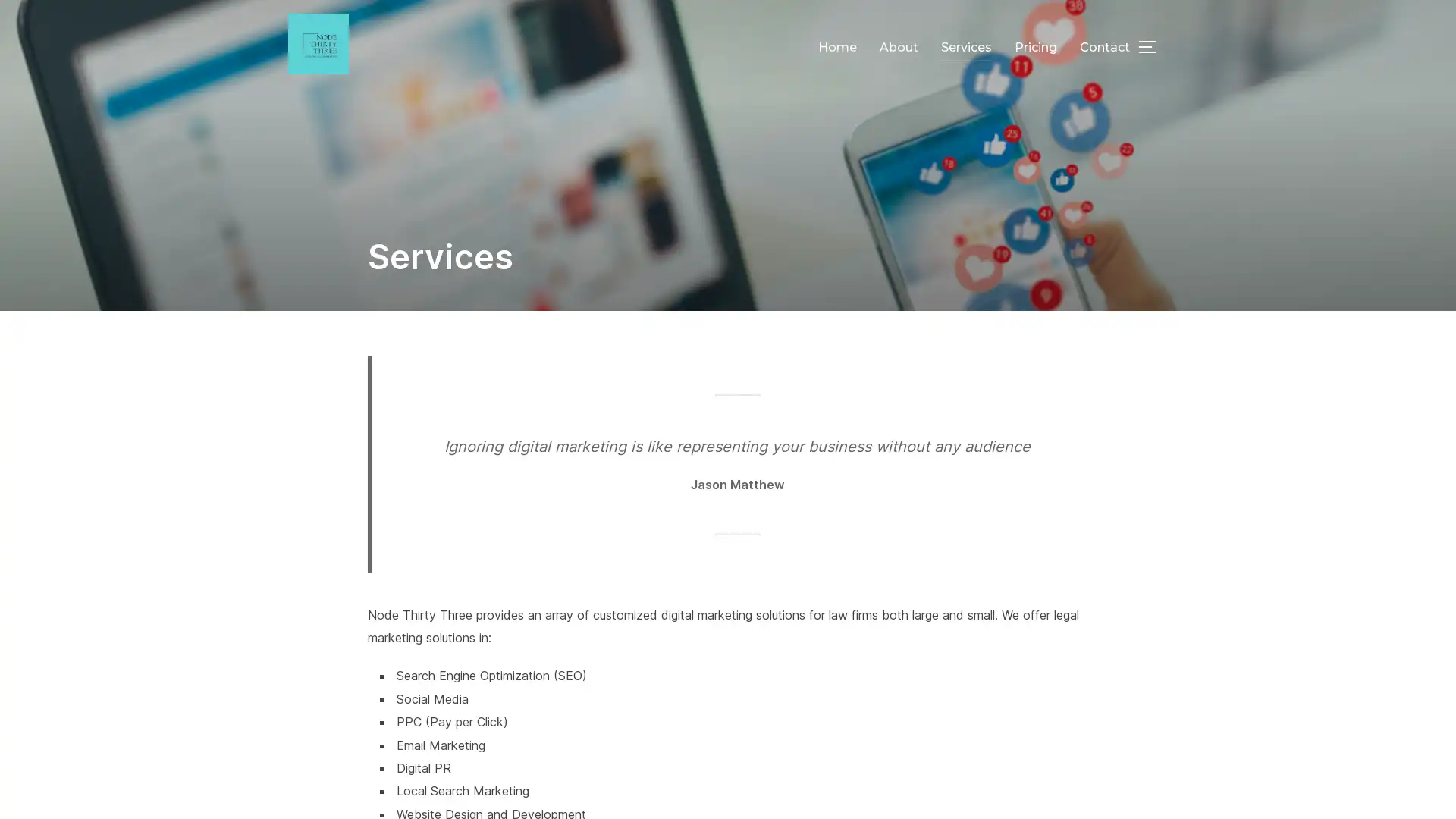 This screenshot has width=1456, height=819. What do you see at coordinates (1153, 45) in the screenshot?
I see `TOGGLE SIDEBAR & NAVIGATION` at bounding box center [1153, 45].